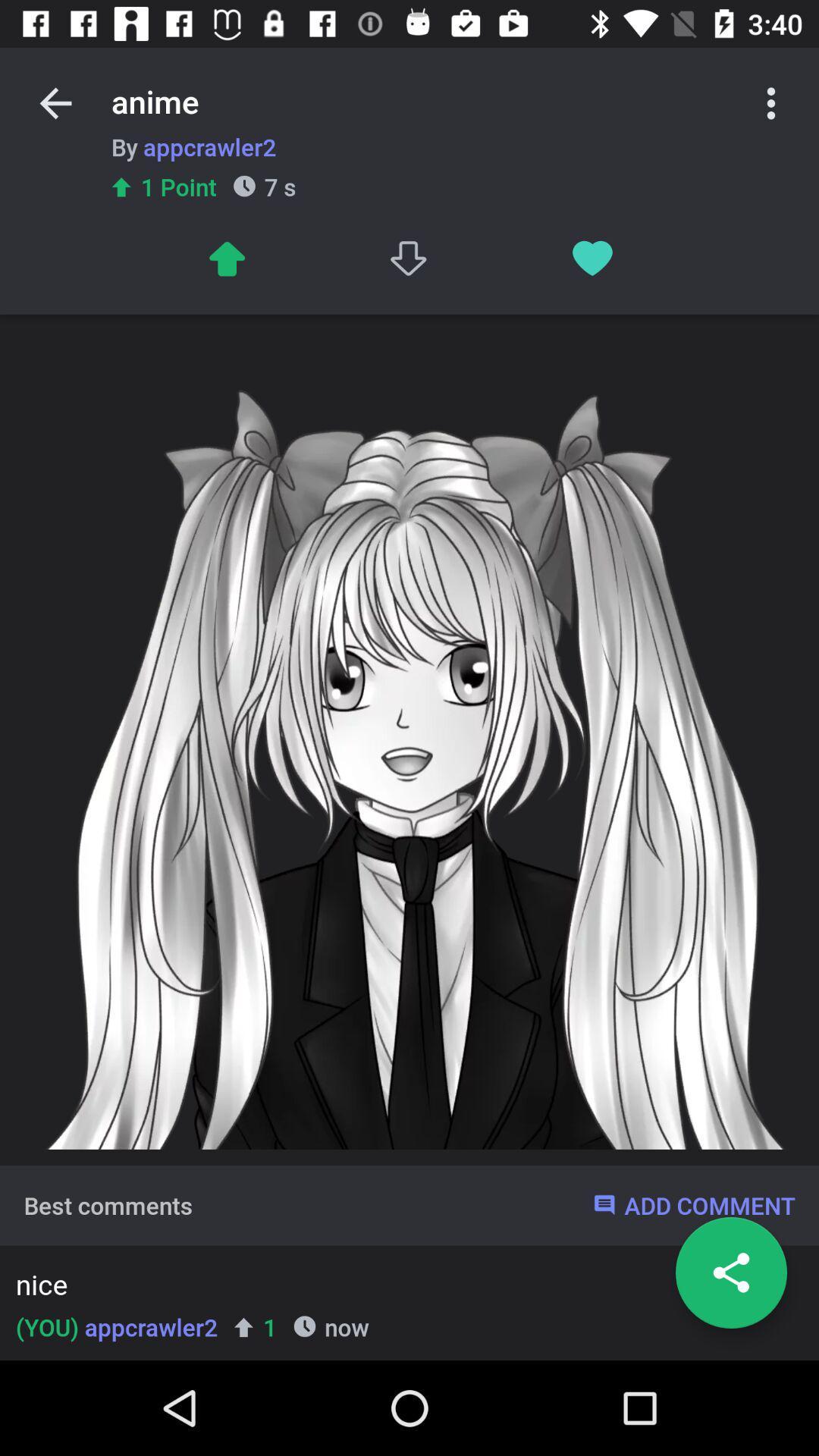 The width and height of the screenshot is (819, 1456). What do you see at coordinates (55, 102) in the screenshot?
I see `the arrow_backward icon` at bounding box center [55, 102].